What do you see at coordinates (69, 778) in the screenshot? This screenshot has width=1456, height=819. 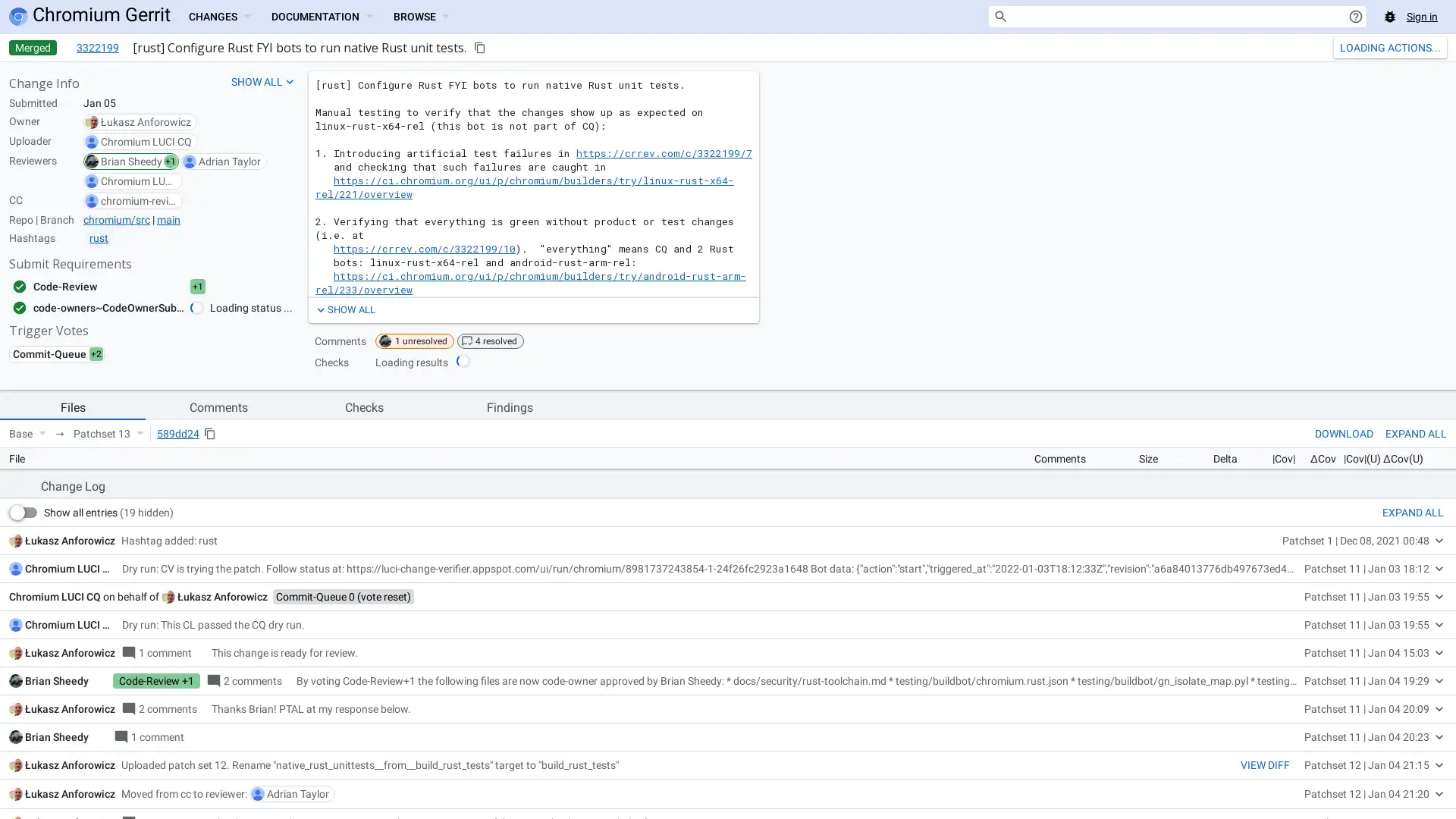 I see `Chromium LUCI CQ` at bounding box center [69, 778].